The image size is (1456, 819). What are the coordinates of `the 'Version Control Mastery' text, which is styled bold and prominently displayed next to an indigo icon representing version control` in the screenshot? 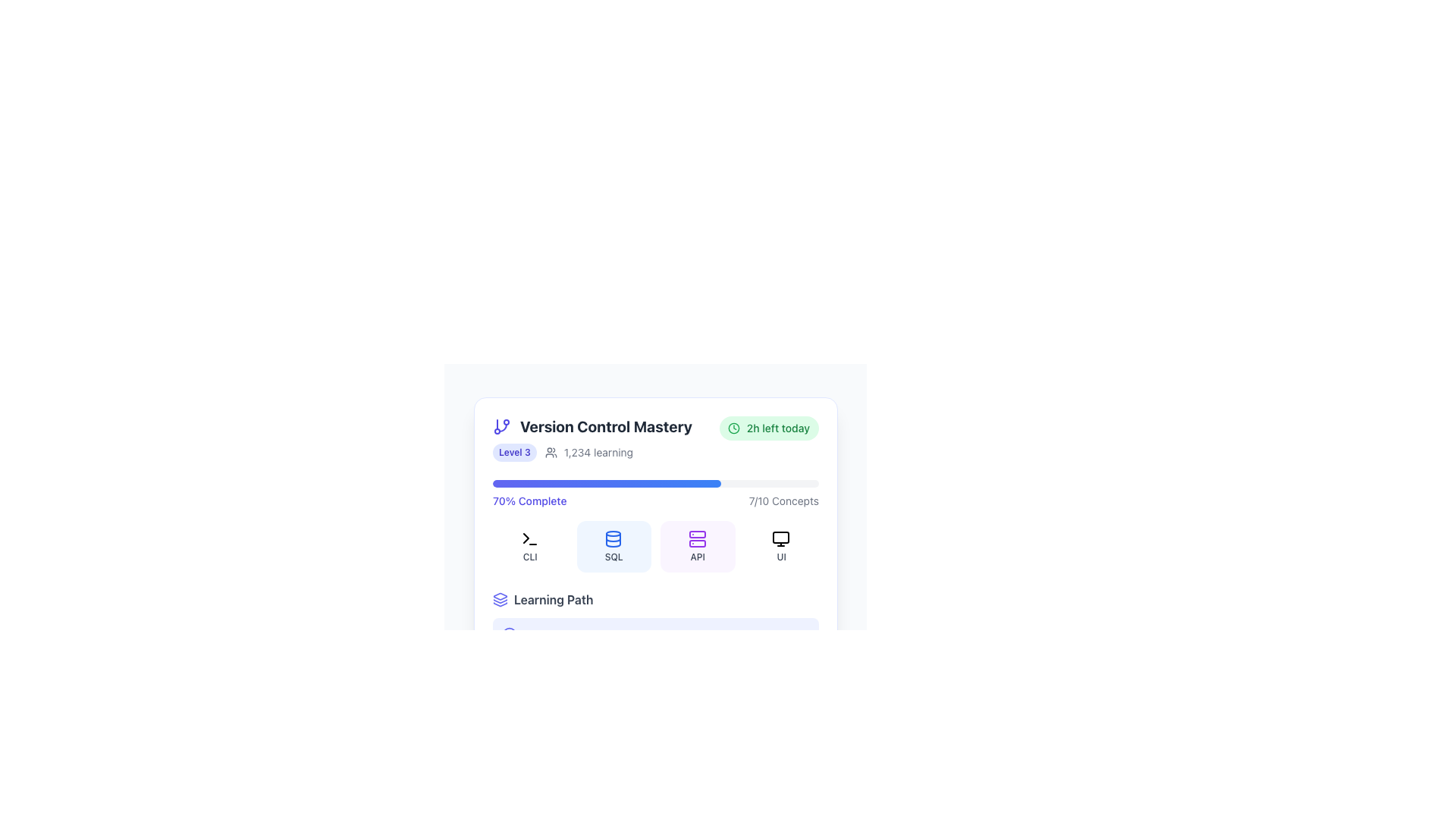 It's located at (591, 427).